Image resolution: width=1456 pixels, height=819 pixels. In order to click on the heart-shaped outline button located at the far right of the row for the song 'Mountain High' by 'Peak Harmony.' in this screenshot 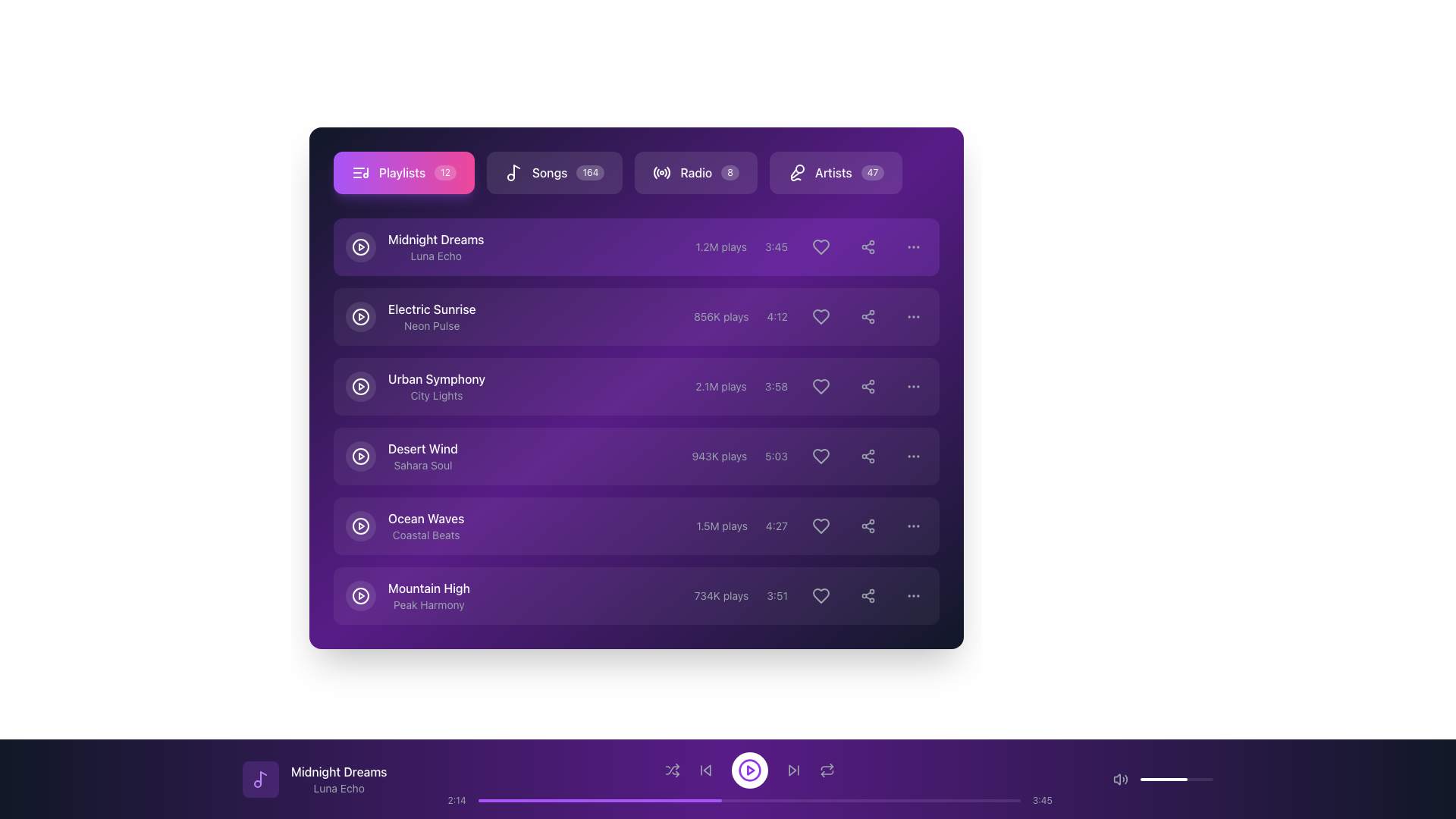, I will do `click(821, 595)`.